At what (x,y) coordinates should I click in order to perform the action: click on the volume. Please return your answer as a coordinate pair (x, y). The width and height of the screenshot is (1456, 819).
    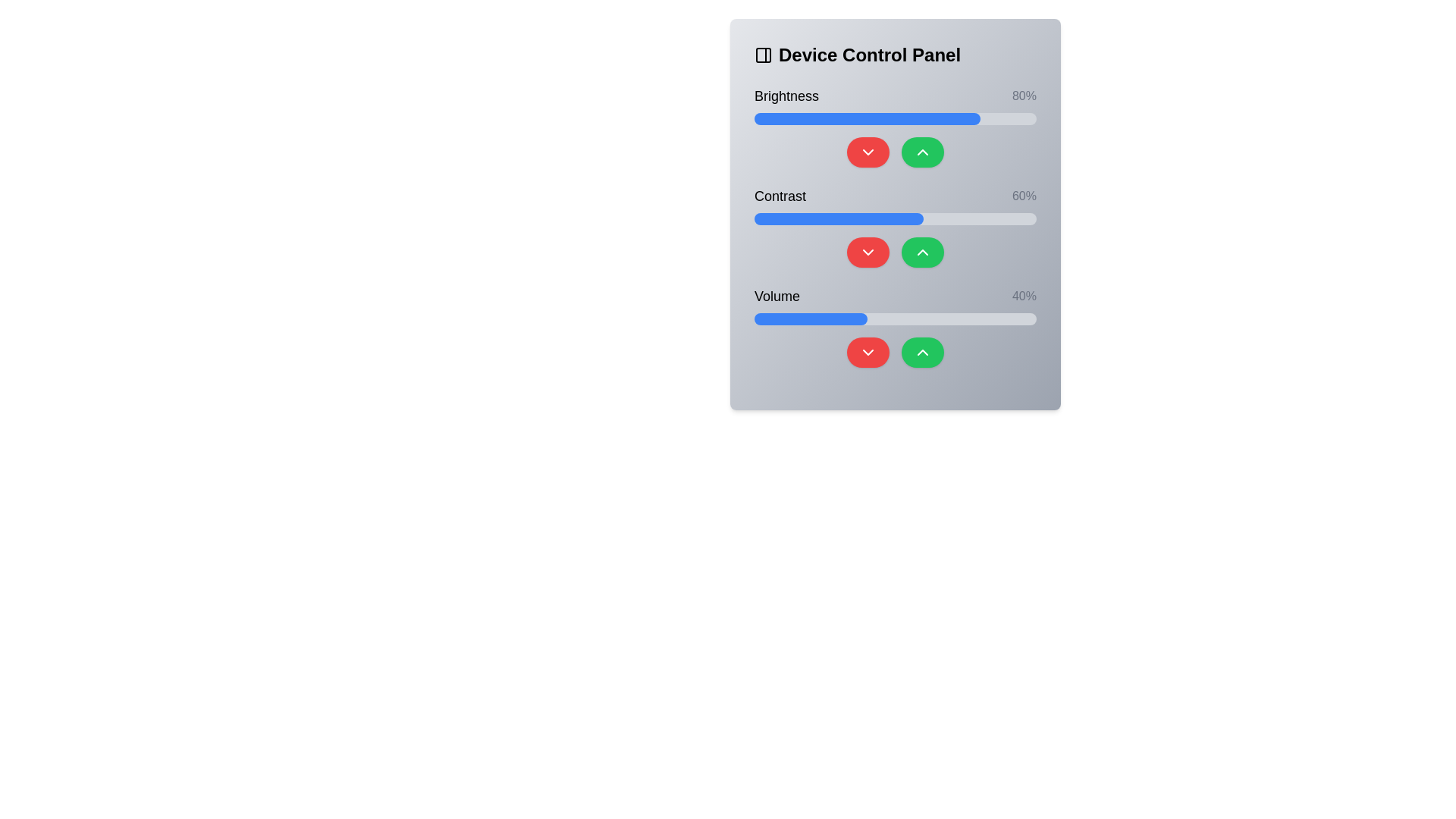
    Looking at the image, I should click on (1033, 318).